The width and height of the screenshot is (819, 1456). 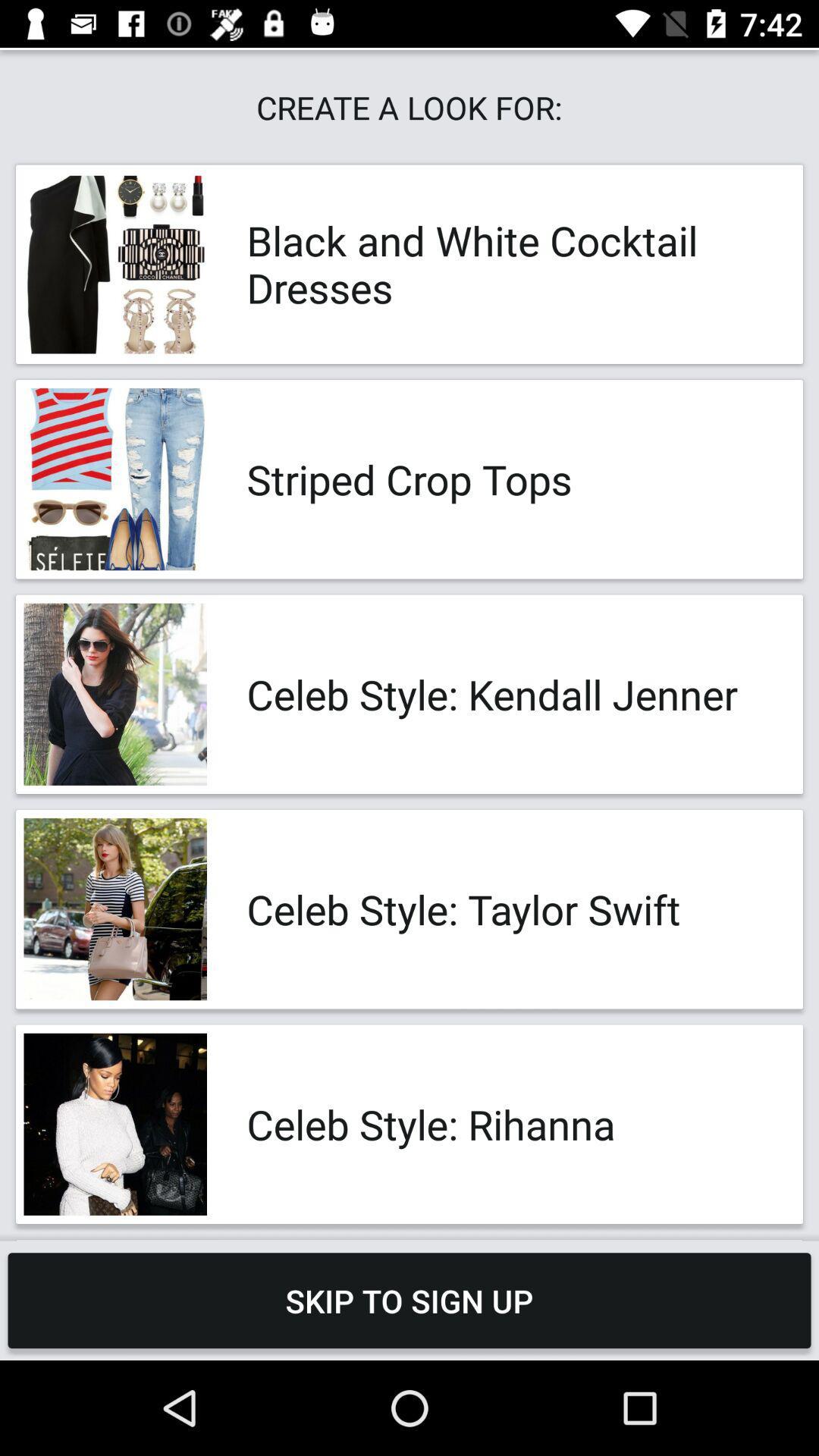 I want to click on summer staples under, so click(x=509, y=1240).